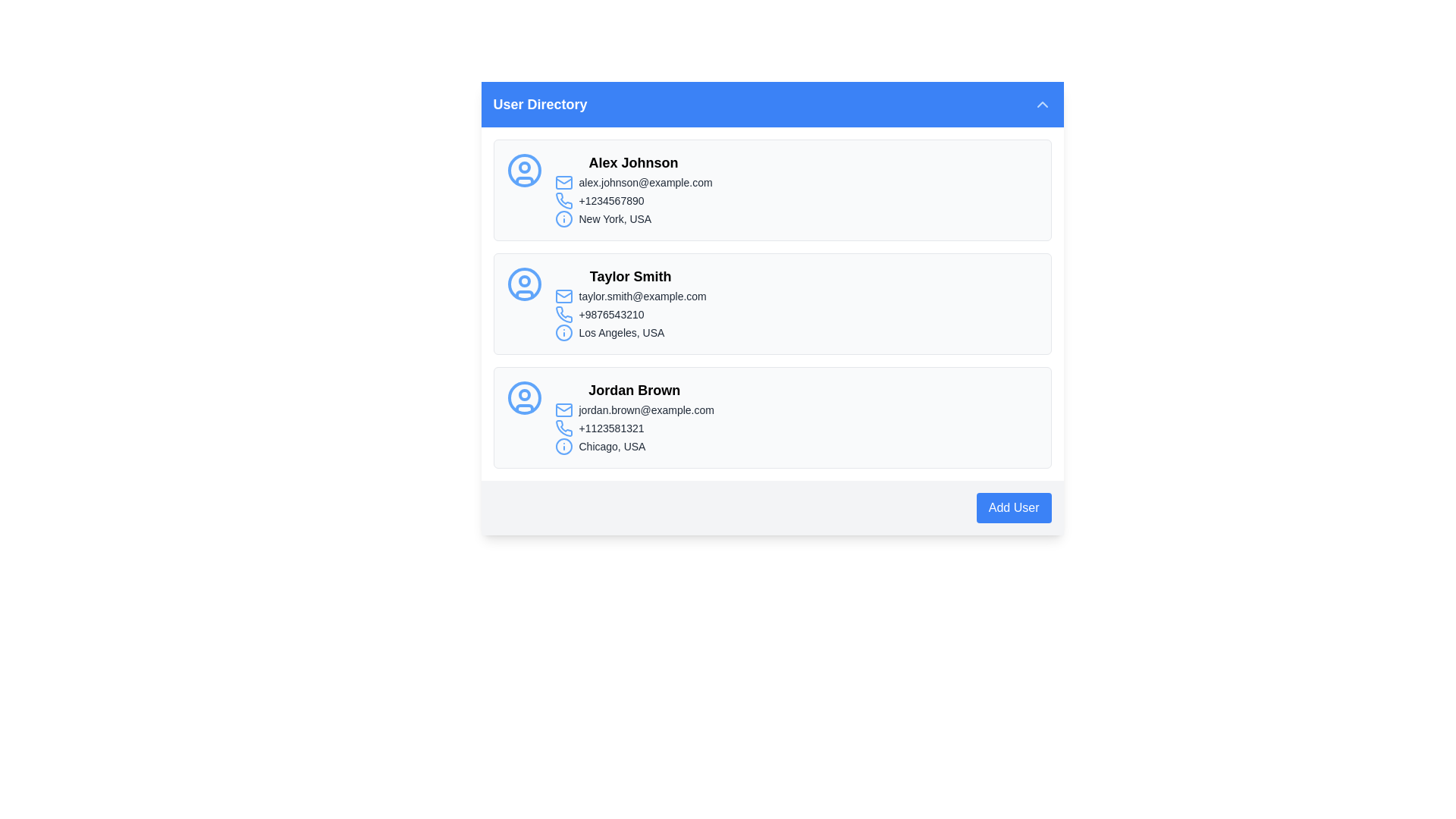  What do you see at coordinates (633, 219) in the screenshot?
I see `the blue icon next to the location text 'New York, USA' in the user details card for 'Alex Johnson'` at bounding box center [633, 219].